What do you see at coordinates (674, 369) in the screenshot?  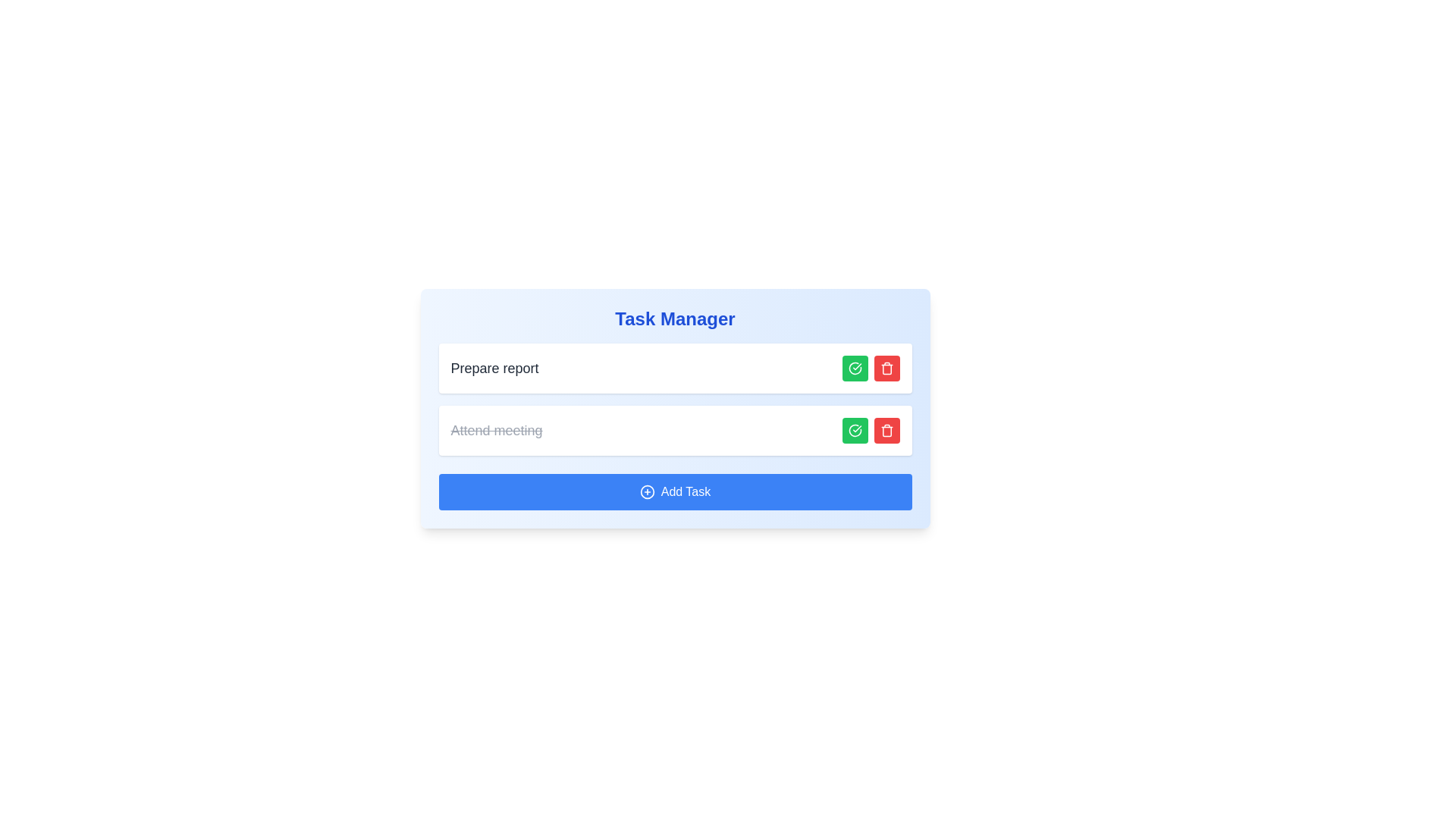 I see `the task item in the task manager interface` at bounding box center [674, 369].